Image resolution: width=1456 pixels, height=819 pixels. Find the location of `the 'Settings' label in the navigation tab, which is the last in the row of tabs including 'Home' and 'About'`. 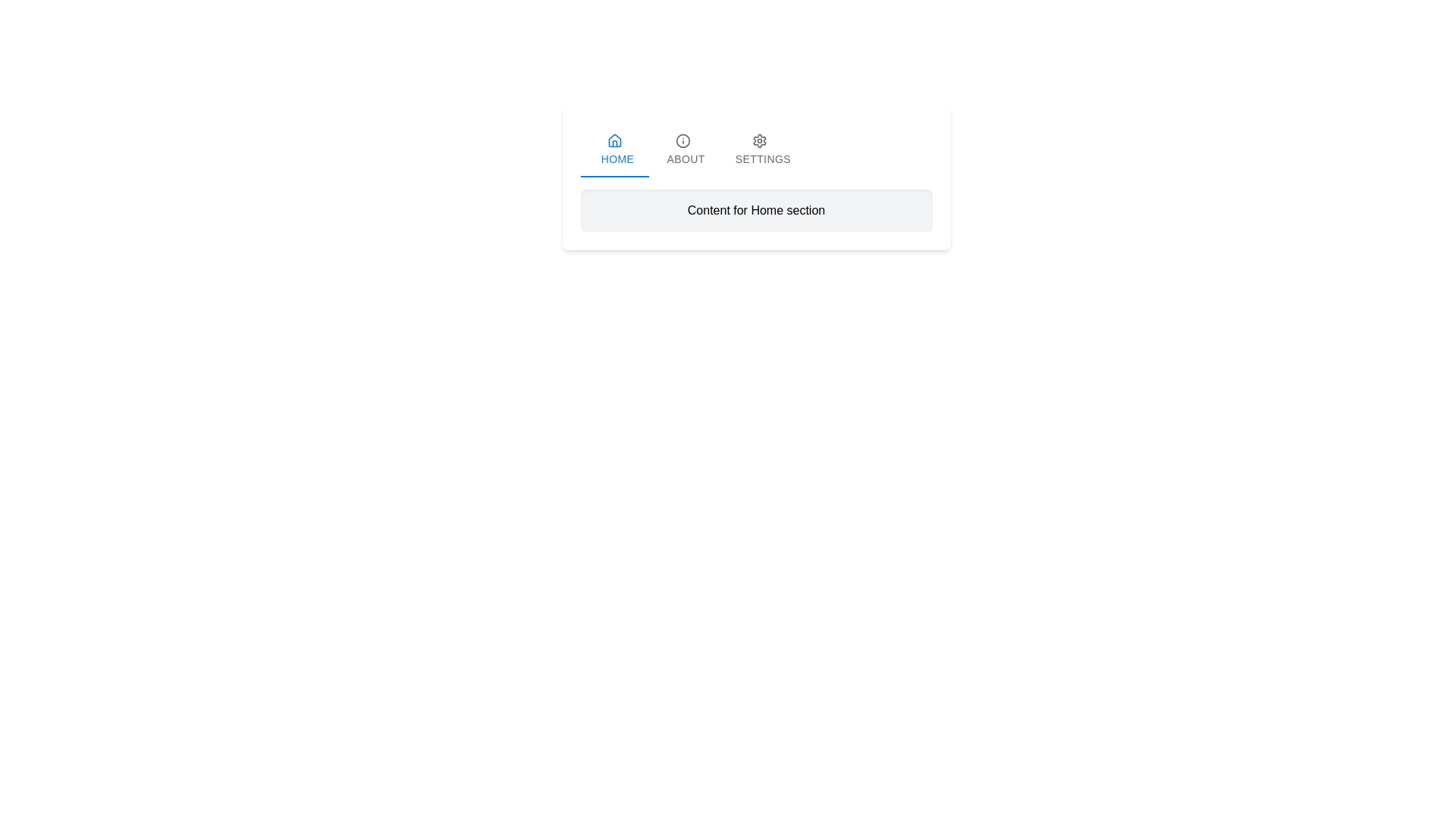

the 'Settings' label in the navigation tab, which is the last in the row of tabs including 'Home' and 'About' is located at coordinates (763, 160).